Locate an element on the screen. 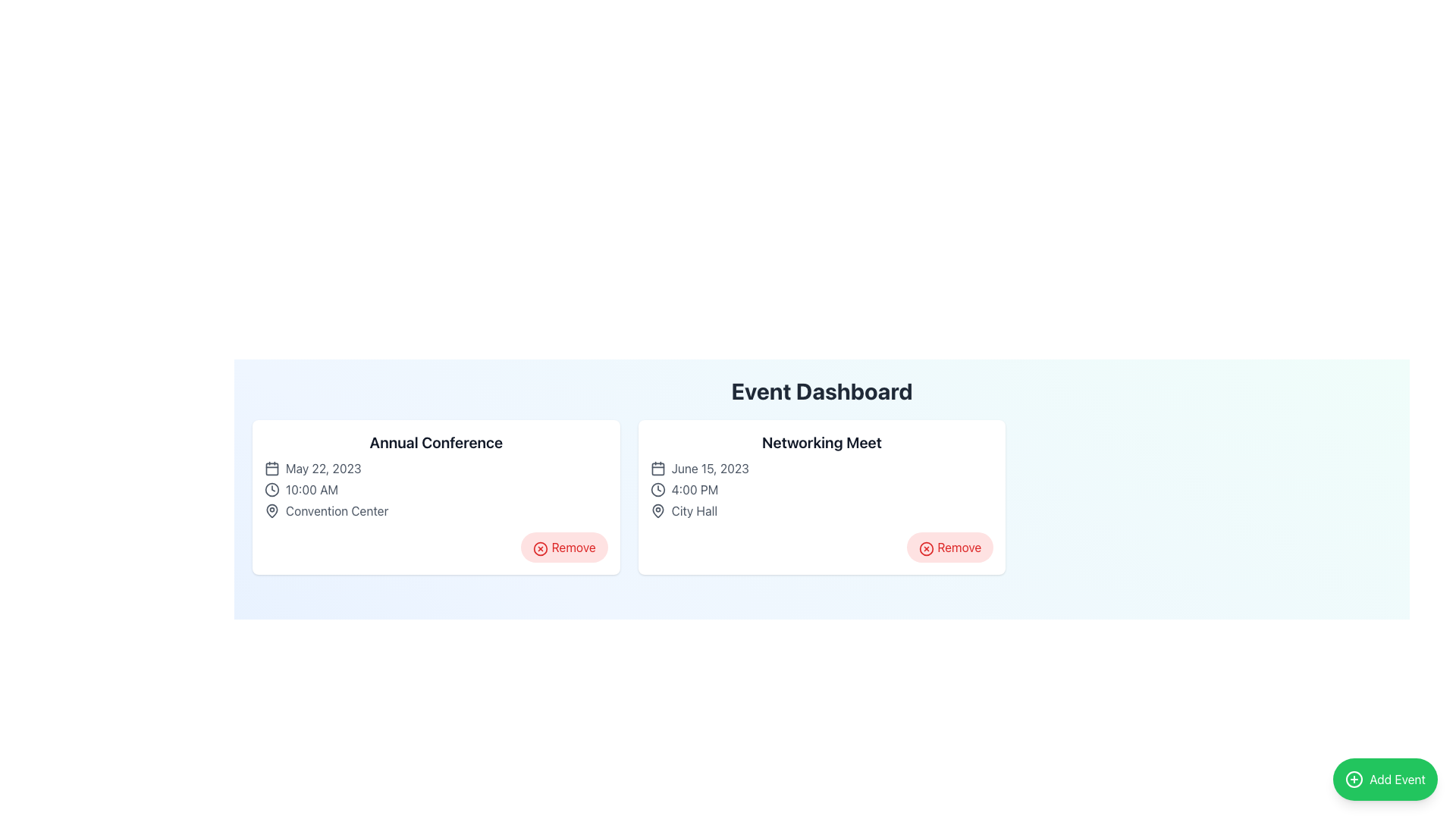 The height and width of the screenshot is (819, 1456). the calendar date icon located within the second card labeled 'Networking Meet', positioned to the left of the text 'June 15, 2023' is located at coordinates (657, 467).